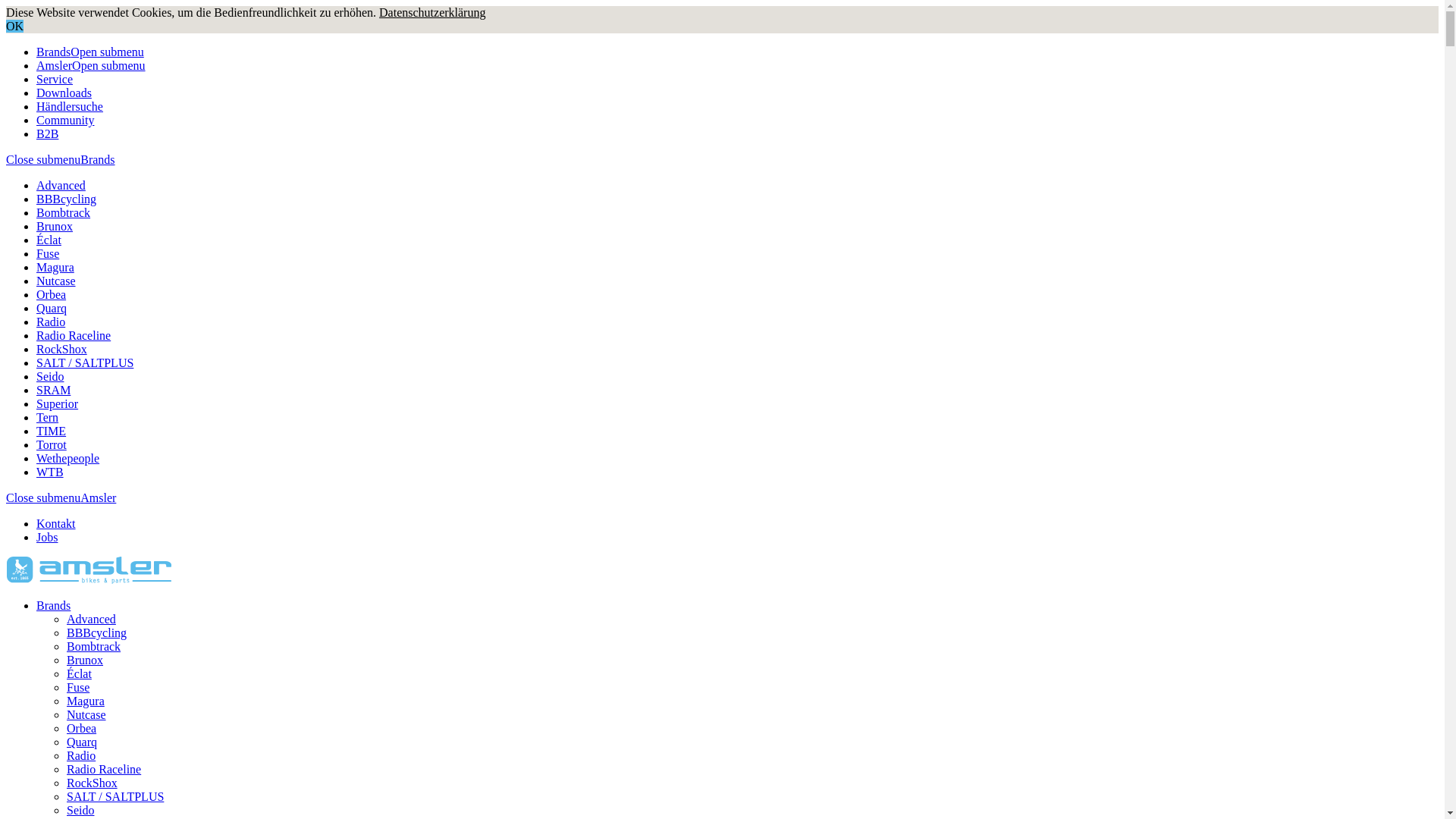  Describe the element at coordinates (57, 403) in the screenshot. I see `'Superior'` at that location.